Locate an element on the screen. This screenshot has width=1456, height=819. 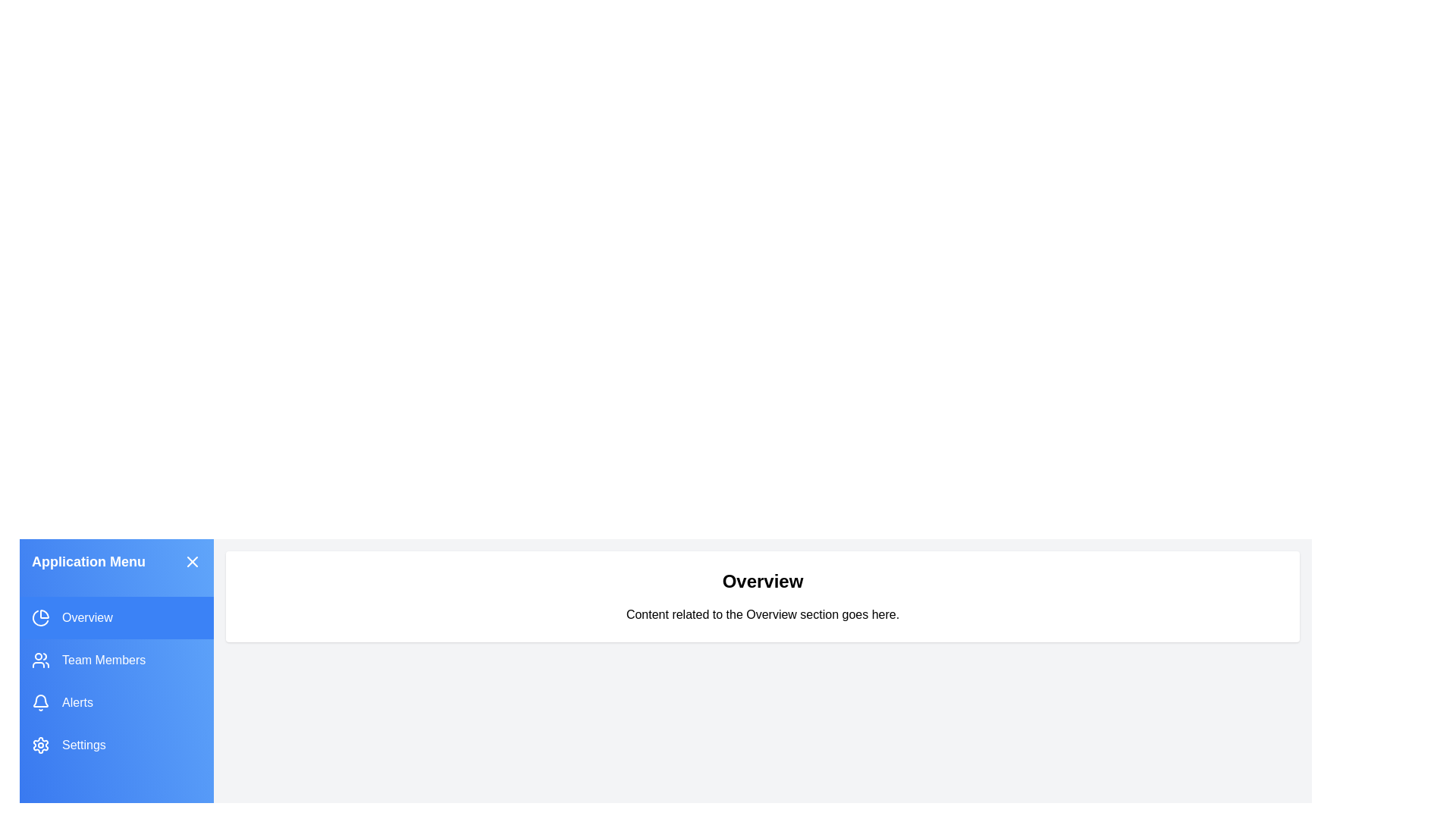
the menu section Overview by clicking on it is located at coordinates (115, 617).